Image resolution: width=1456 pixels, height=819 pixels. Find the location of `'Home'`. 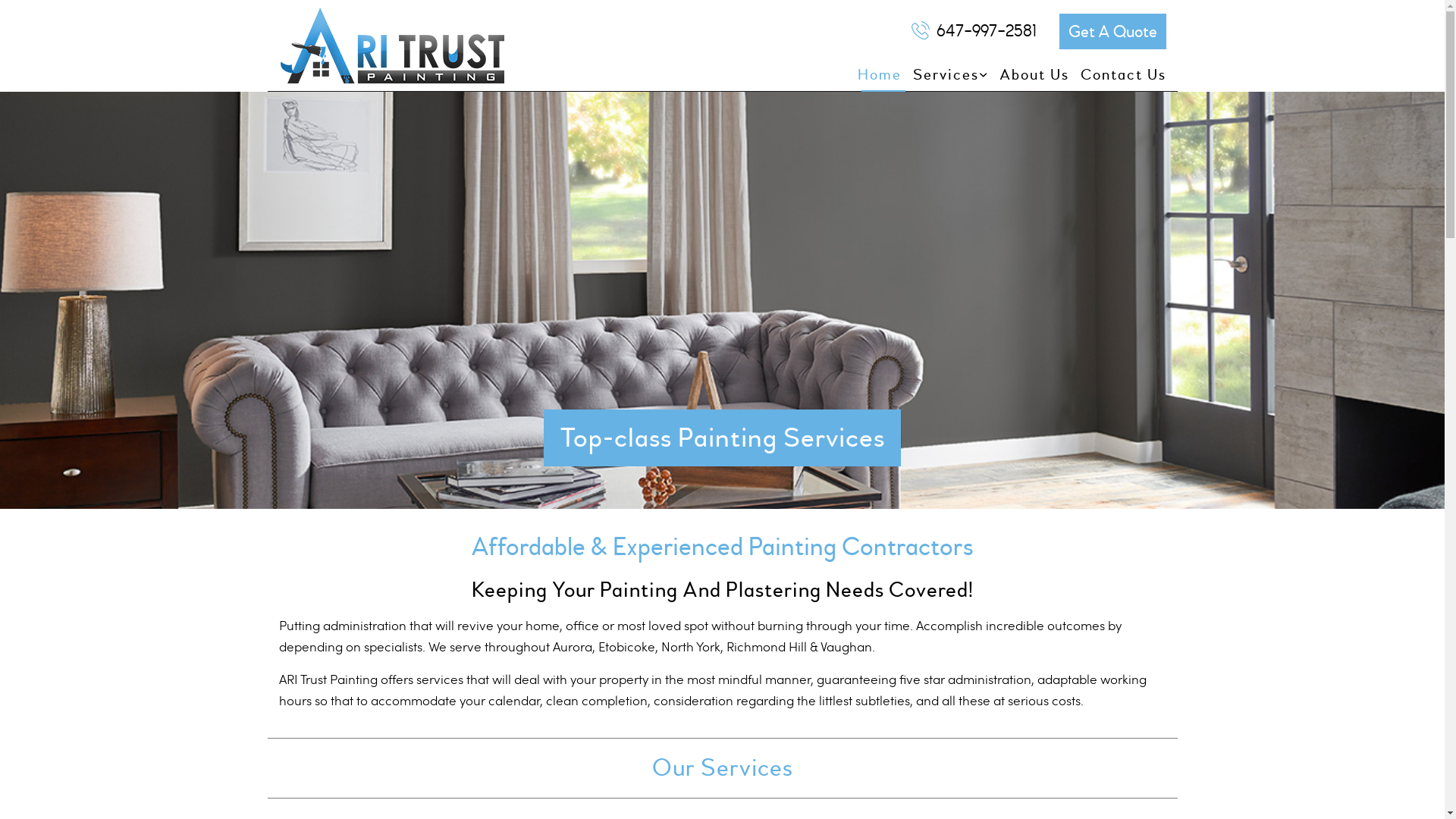

'Home' is located at coordinates (874, 75).